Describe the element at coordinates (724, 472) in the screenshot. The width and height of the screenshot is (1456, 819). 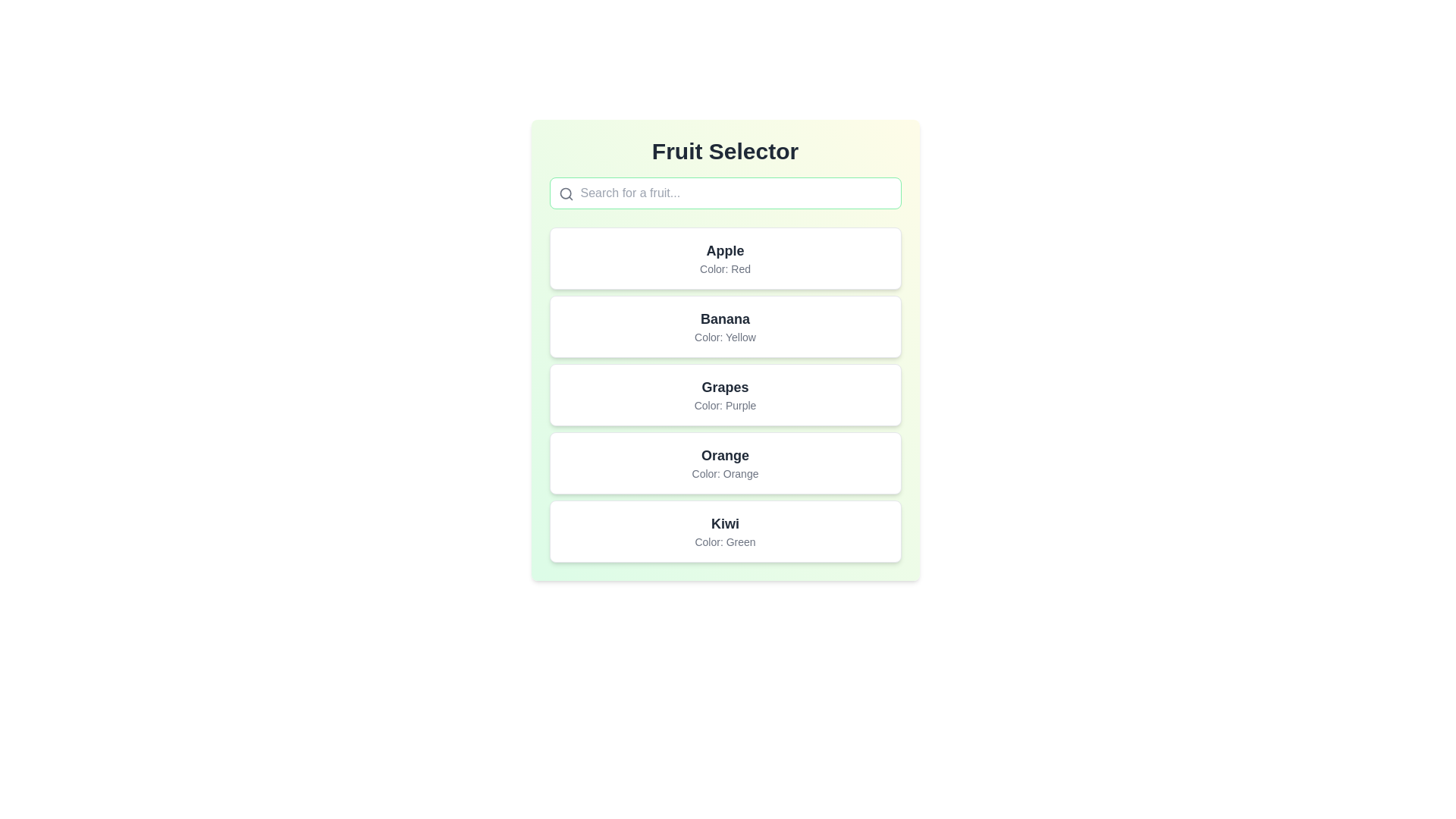
I see `text content of the label displaying 'Color: Orange', which is styled in a small, light gray font and positioned below the title 'Orange'` at that location.